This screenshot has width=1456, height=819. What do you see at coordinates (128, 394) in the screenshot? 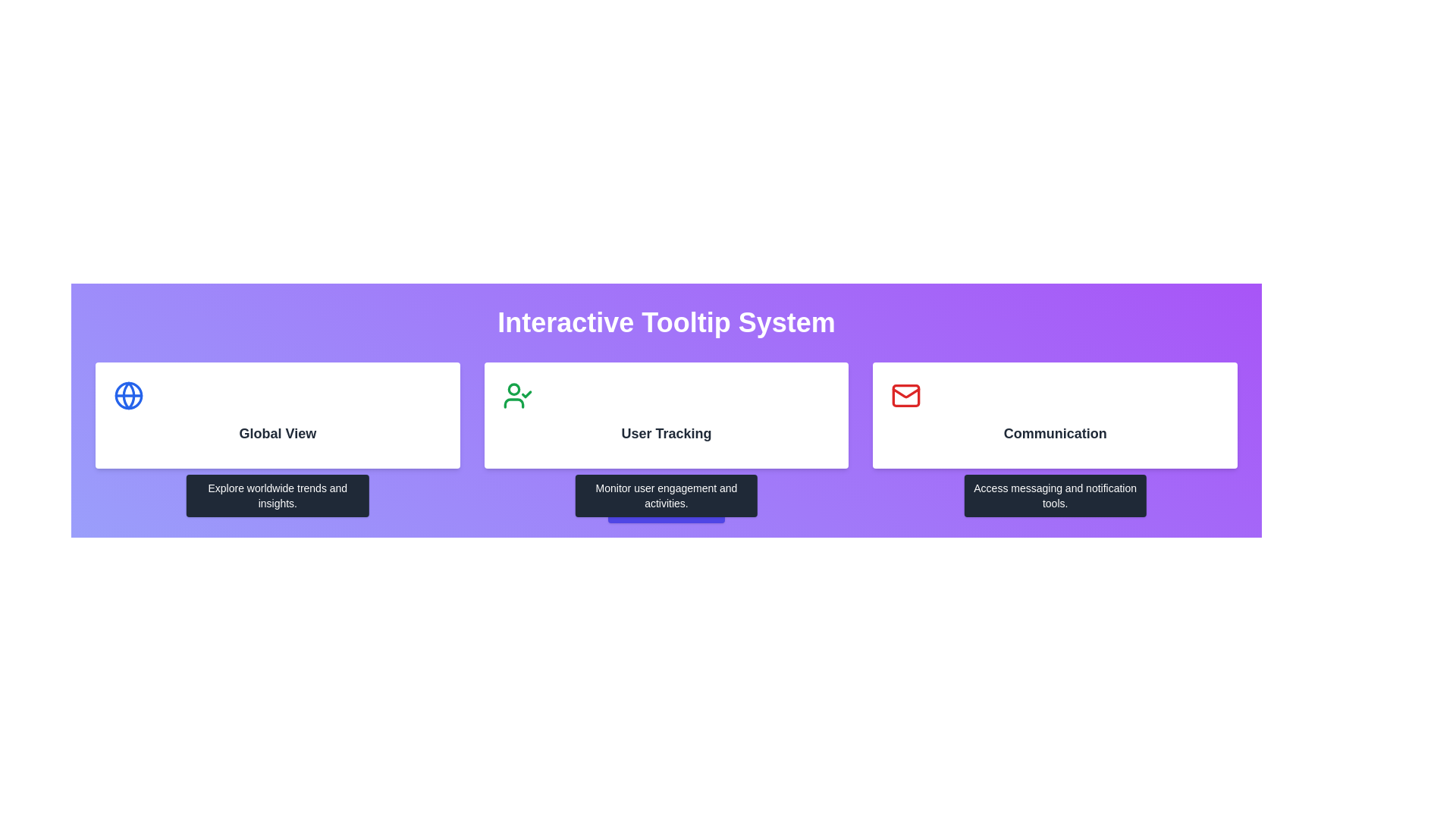
I see `the blue globe icon with longitude and latitude lines located on the white card titled 'Global View' at the top-left corner` at bounding box center [128, 394].